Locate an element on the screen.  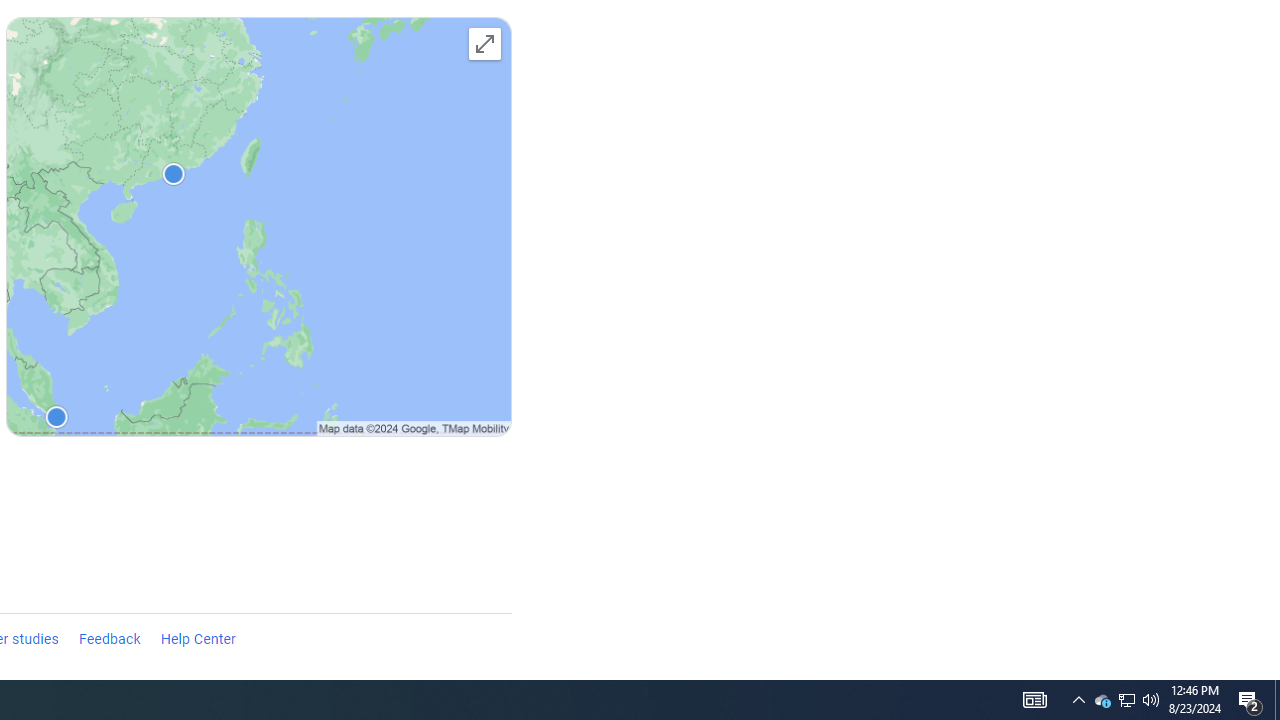
'Explore destinations' is located at coordinates (257, 229).